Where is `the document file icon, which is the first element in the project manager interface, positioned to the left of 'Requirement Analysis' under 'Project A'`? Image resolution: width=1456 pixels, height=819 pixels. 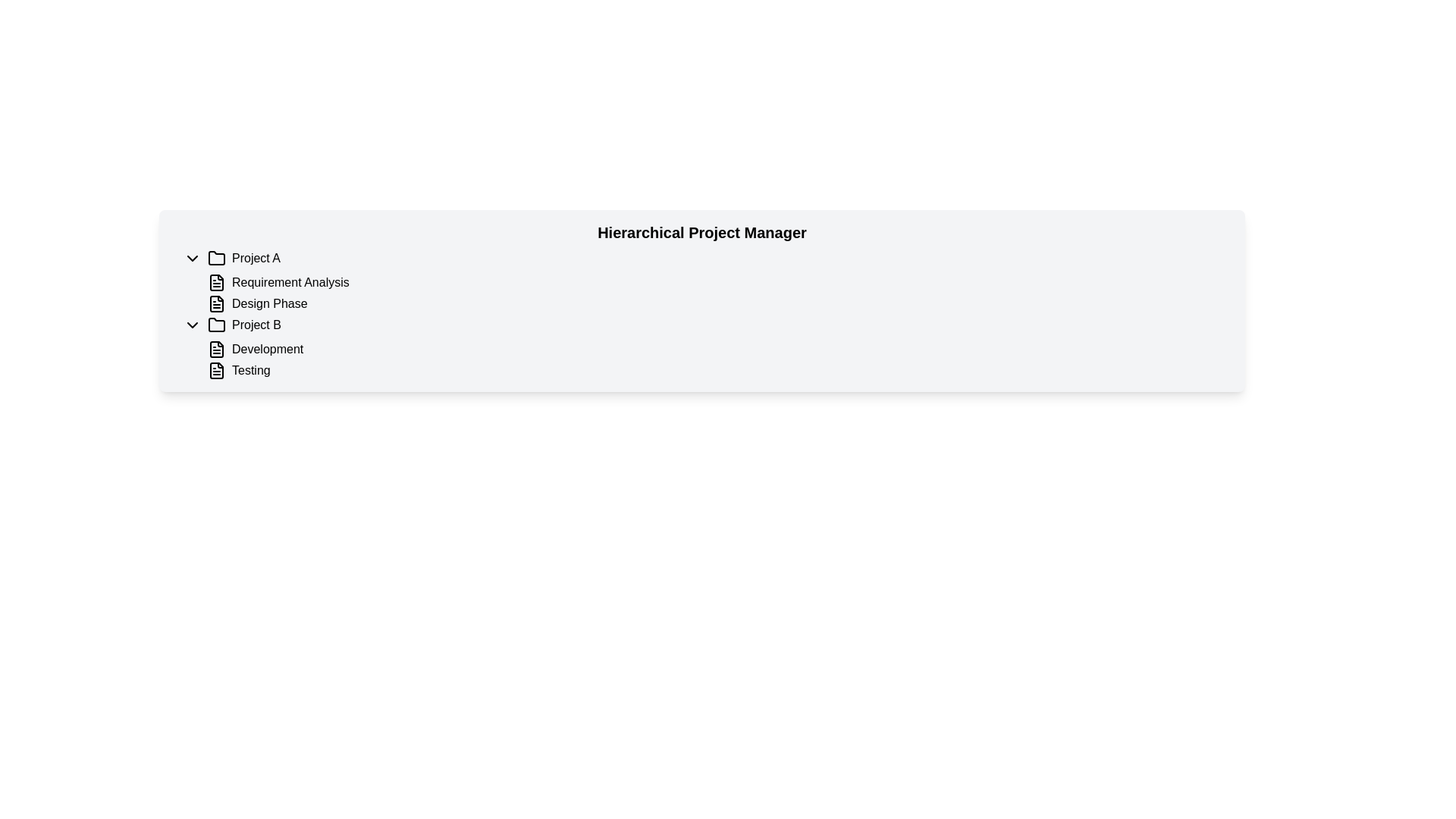 the document file icon, which is the first element in the project manager interface, positioned to the left of 'Requirement Analysis' under 'Project A' is located at coordinates (216, 283).